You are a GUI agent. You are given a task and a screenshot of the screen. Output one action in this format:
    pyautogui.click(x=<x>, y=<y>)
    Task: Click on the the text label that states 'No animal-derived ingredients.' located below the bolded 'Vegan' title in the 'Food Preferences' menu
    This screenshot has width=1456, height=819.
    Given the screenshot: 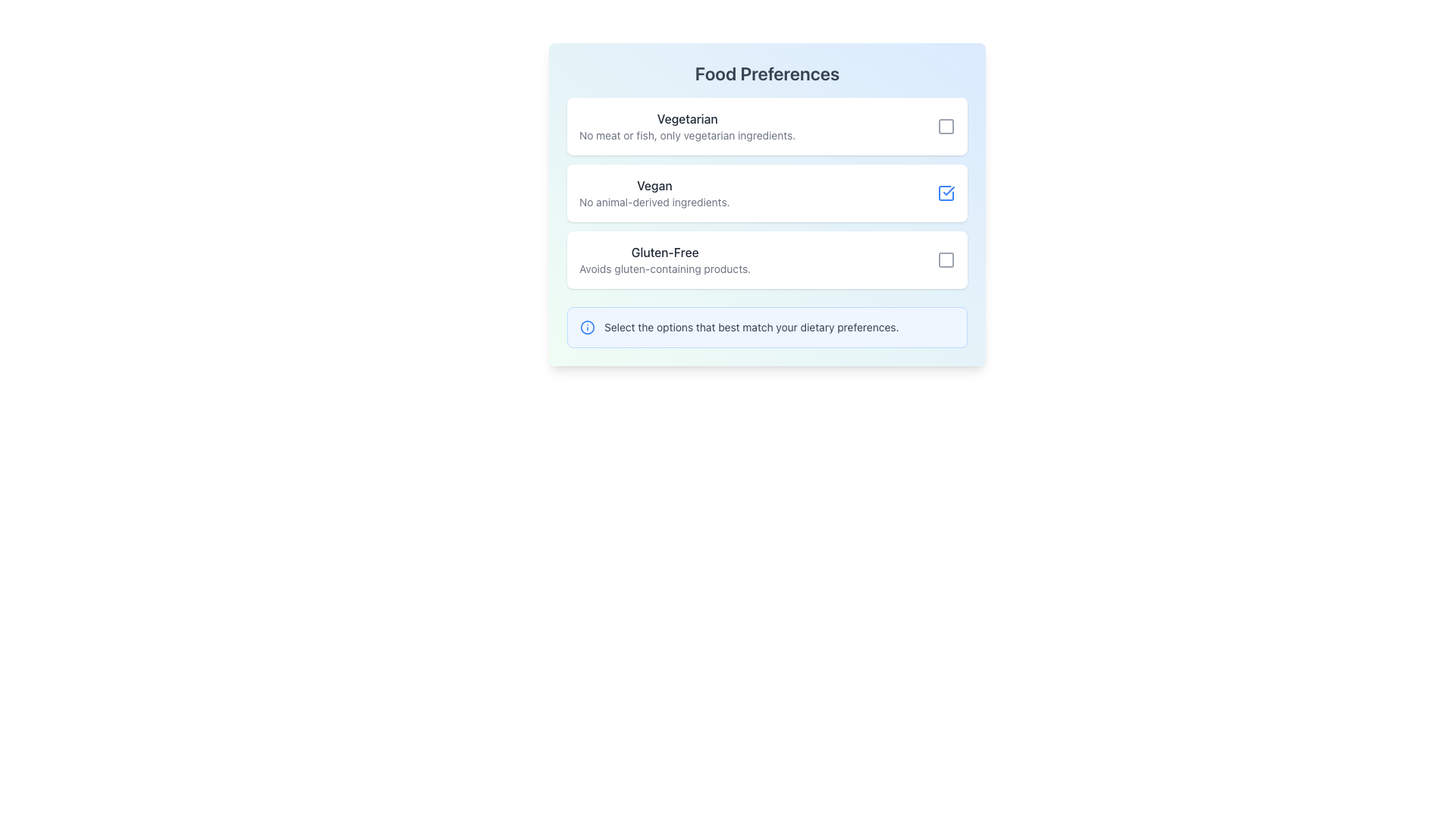 What is the action you would take?
    pyautogui.click(x=654, y=201)
    